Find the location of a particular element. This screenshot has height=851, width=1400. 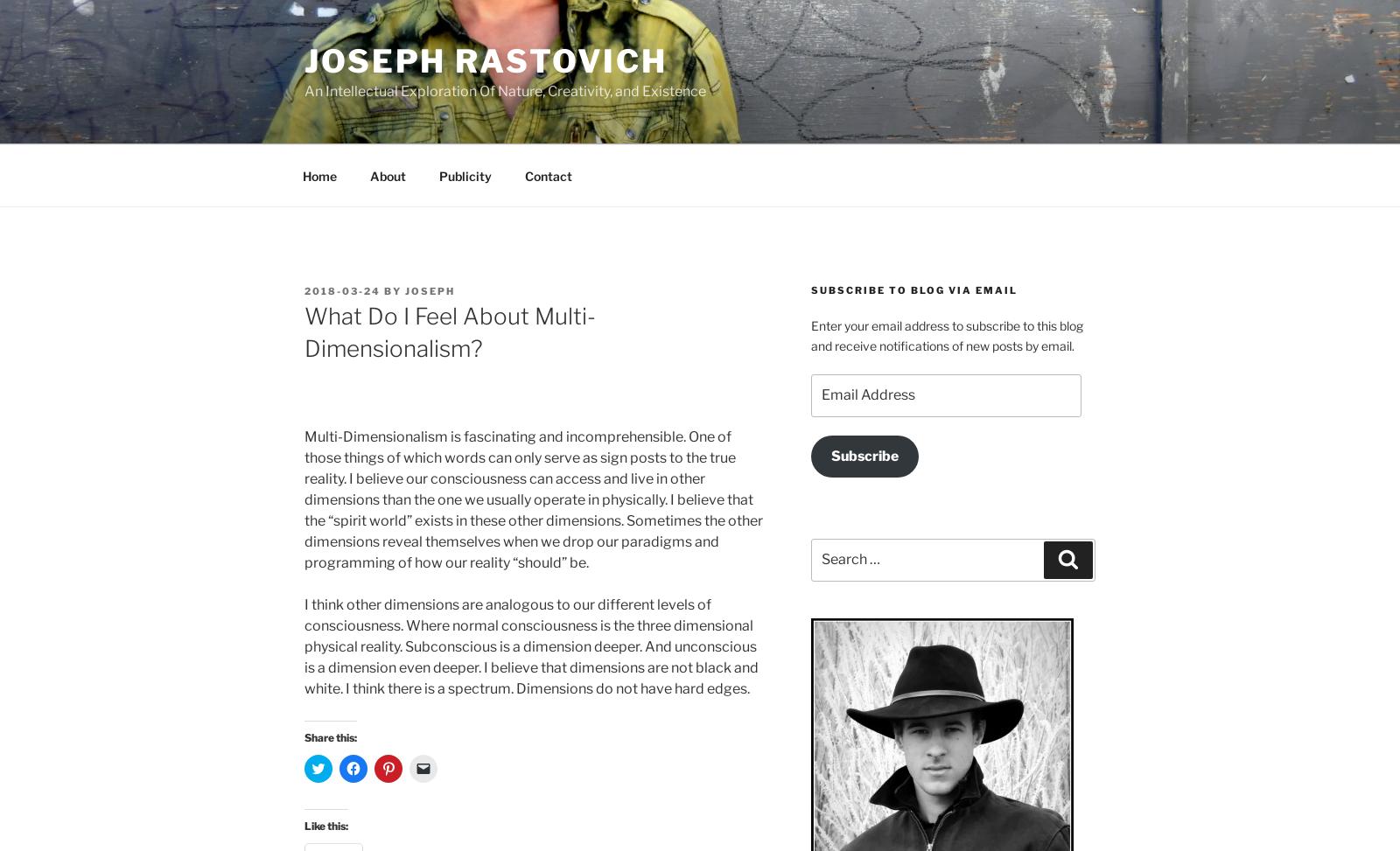

'Publicity' is located at coordinates (464, 175).